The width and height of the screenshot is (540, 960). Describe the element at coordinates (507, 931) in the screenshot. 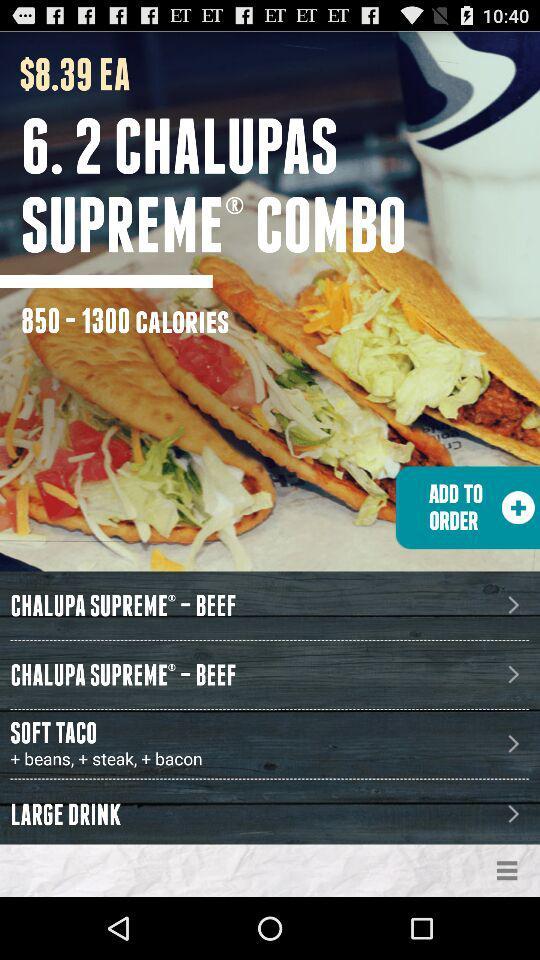

I see `the menu icon` at that location.